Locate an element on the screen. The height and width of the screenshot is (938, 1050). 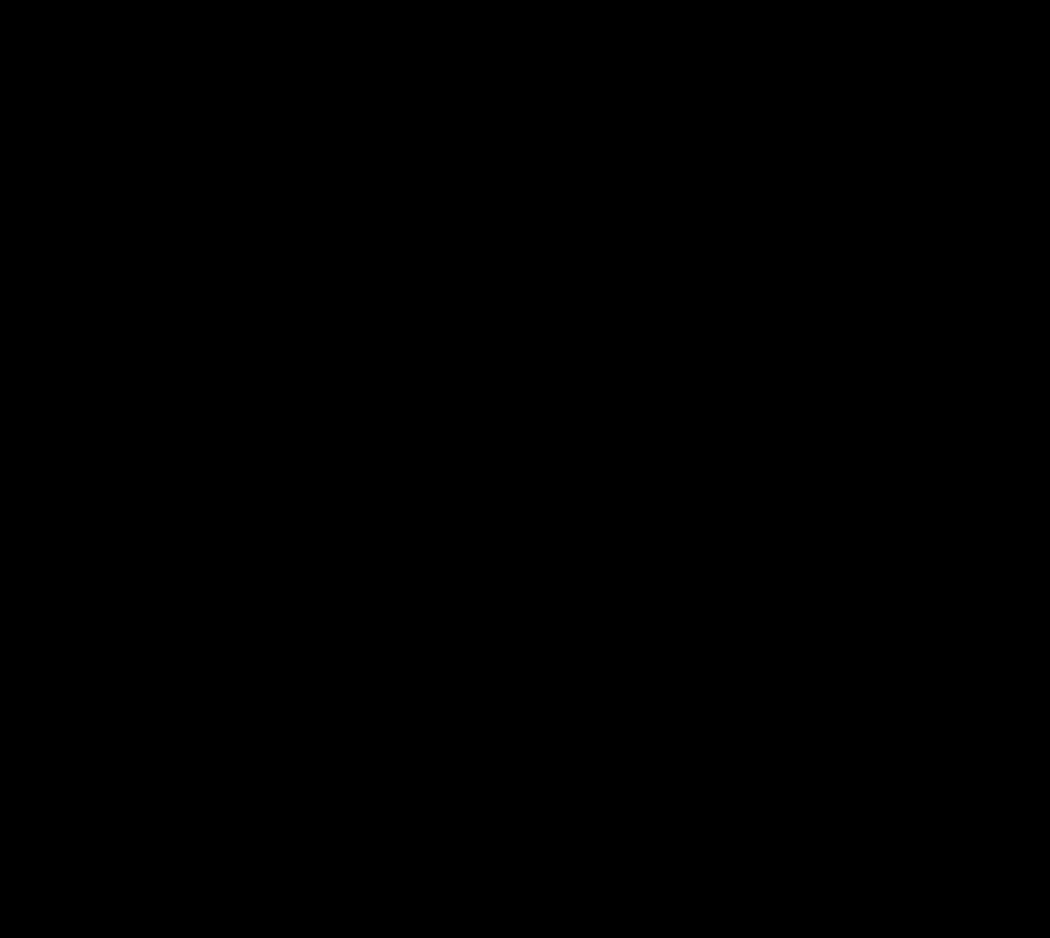
'About Me' is located at coordinates (266, 53).